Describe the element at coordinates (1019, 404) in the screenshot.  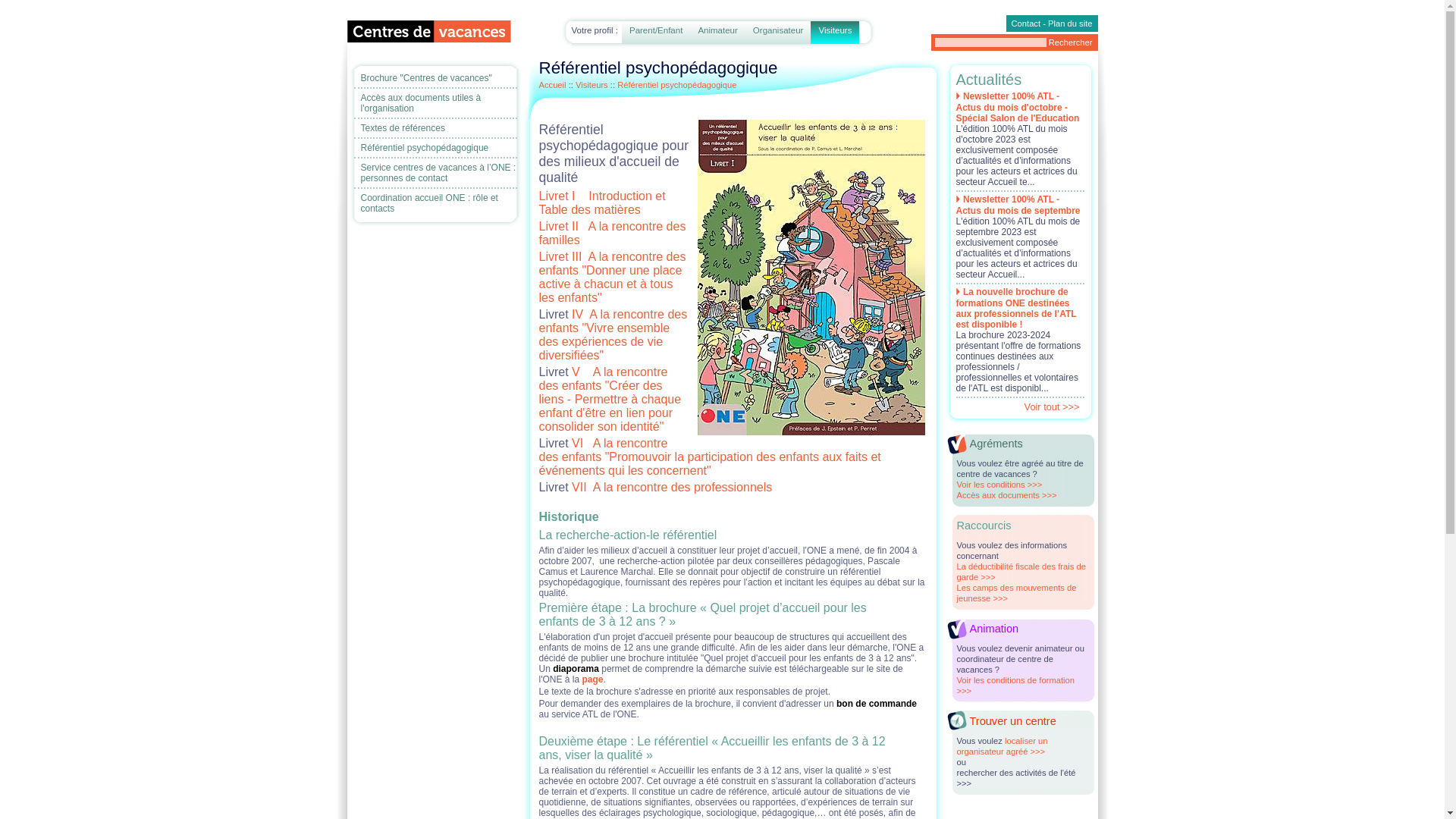
I see `'Voir tout >>>'` at that location.